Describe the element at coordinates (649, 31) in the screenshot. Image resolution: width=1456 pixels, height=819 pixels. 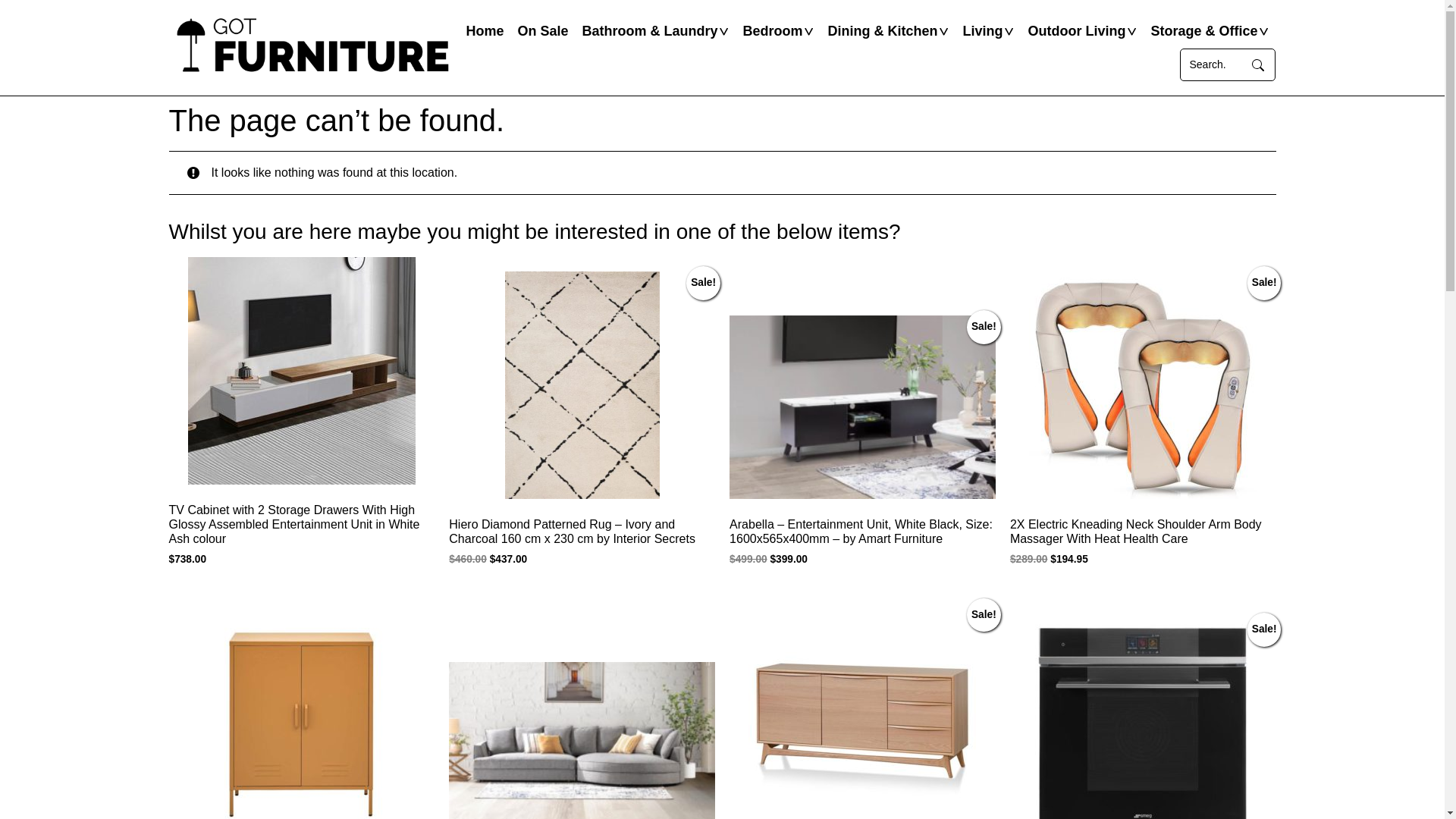
I see `'Bathroom & Laundry'` at that location.